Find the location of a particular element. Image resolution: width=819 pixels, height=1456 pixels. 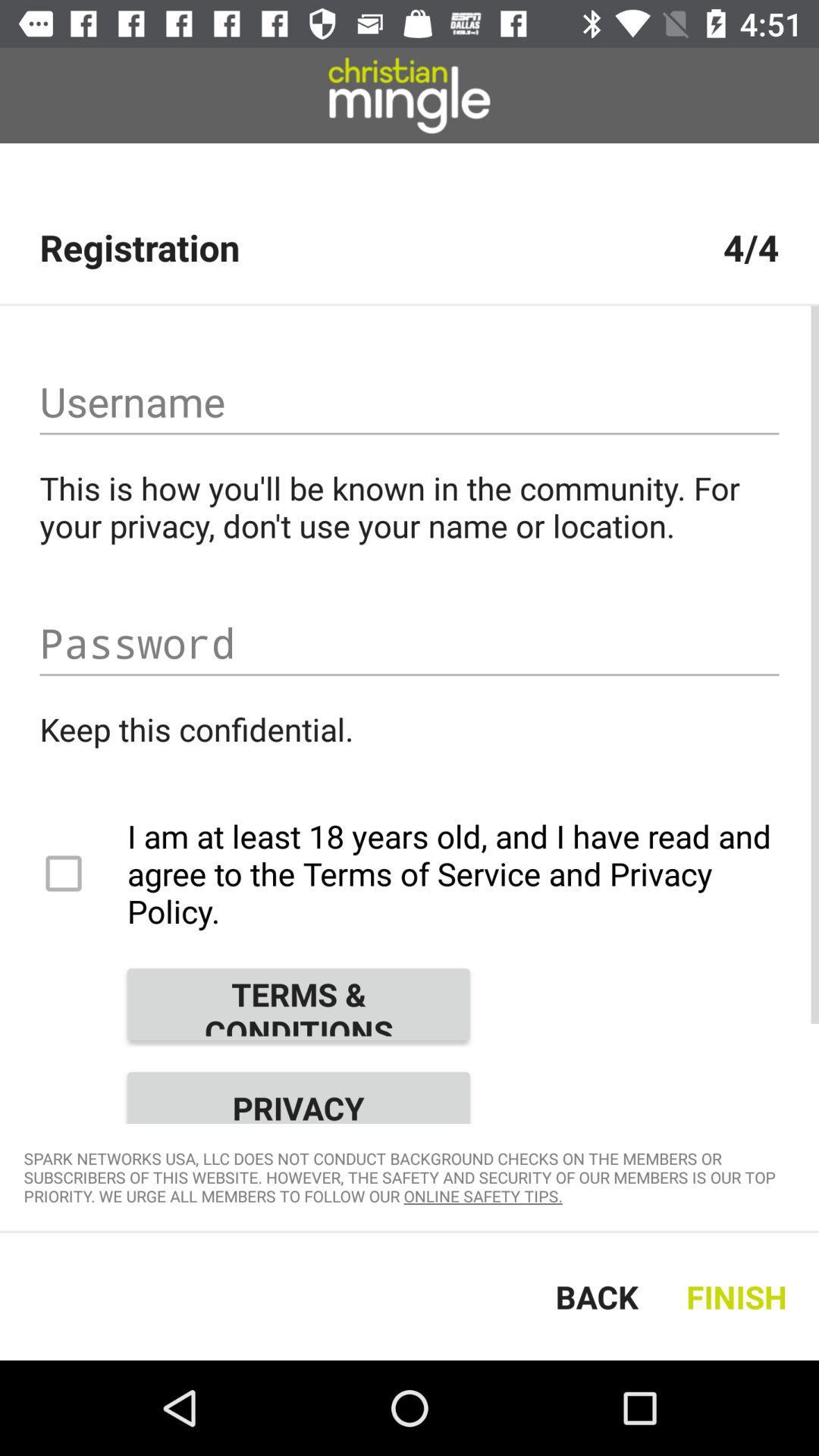

terms & conditions icon is located at coordinates (298, 1004).